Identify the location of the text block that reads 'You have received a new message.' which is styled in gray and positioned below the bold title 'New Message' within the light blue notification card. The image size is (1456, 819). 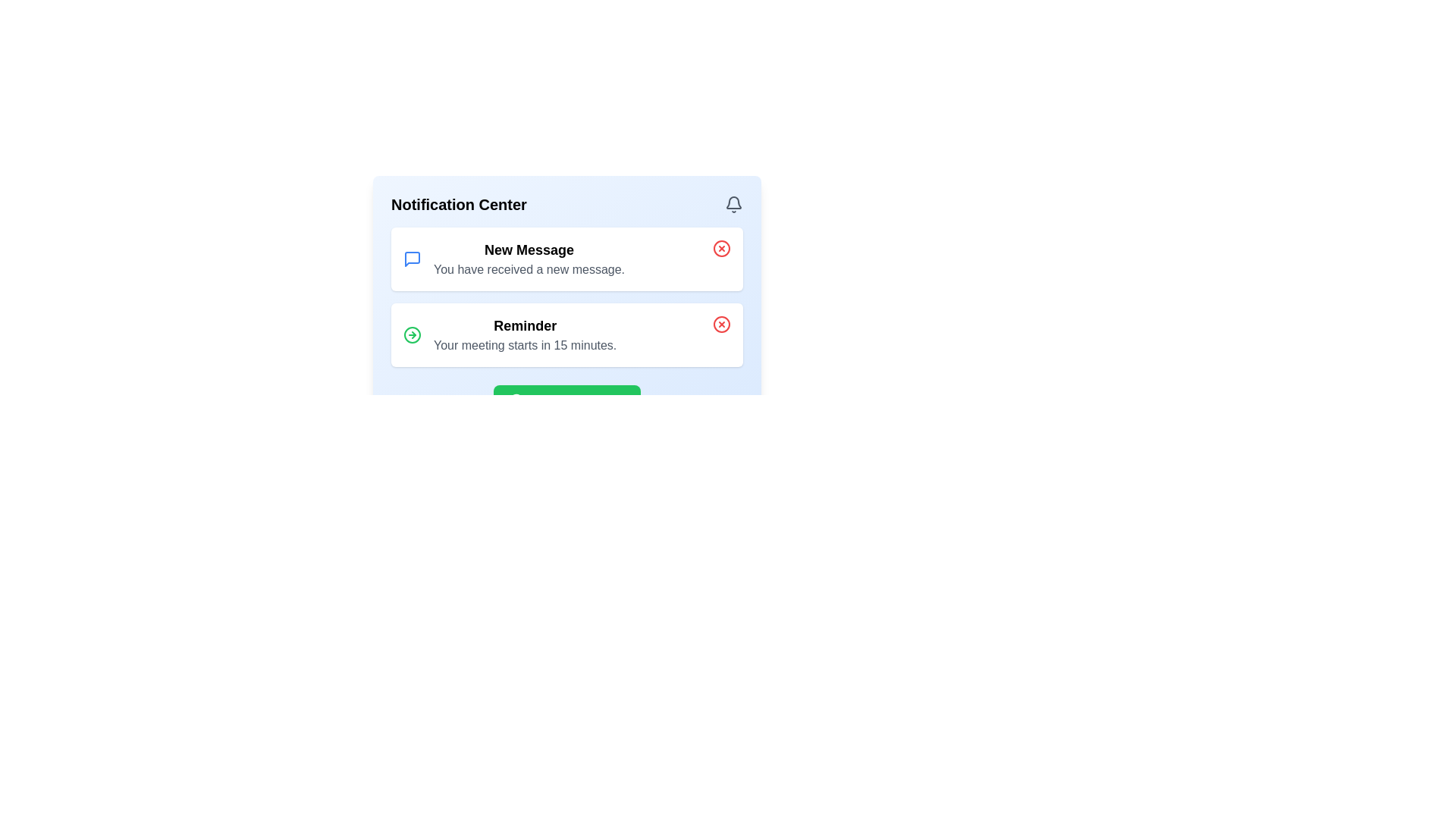
(529, 268).